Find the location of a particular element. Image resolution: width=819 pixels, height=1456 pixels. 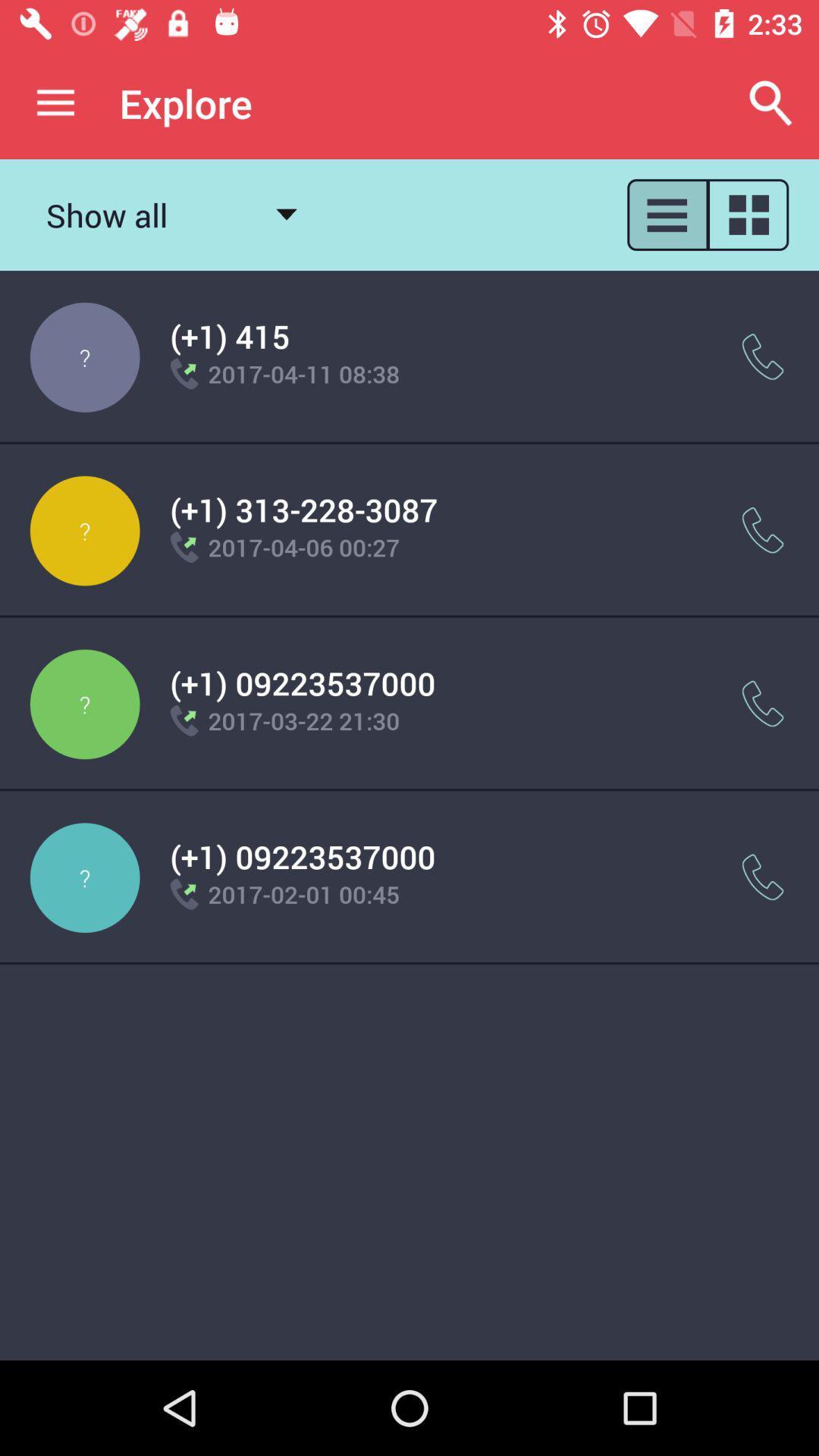

the menu icon is located at coordinates (666, 214).